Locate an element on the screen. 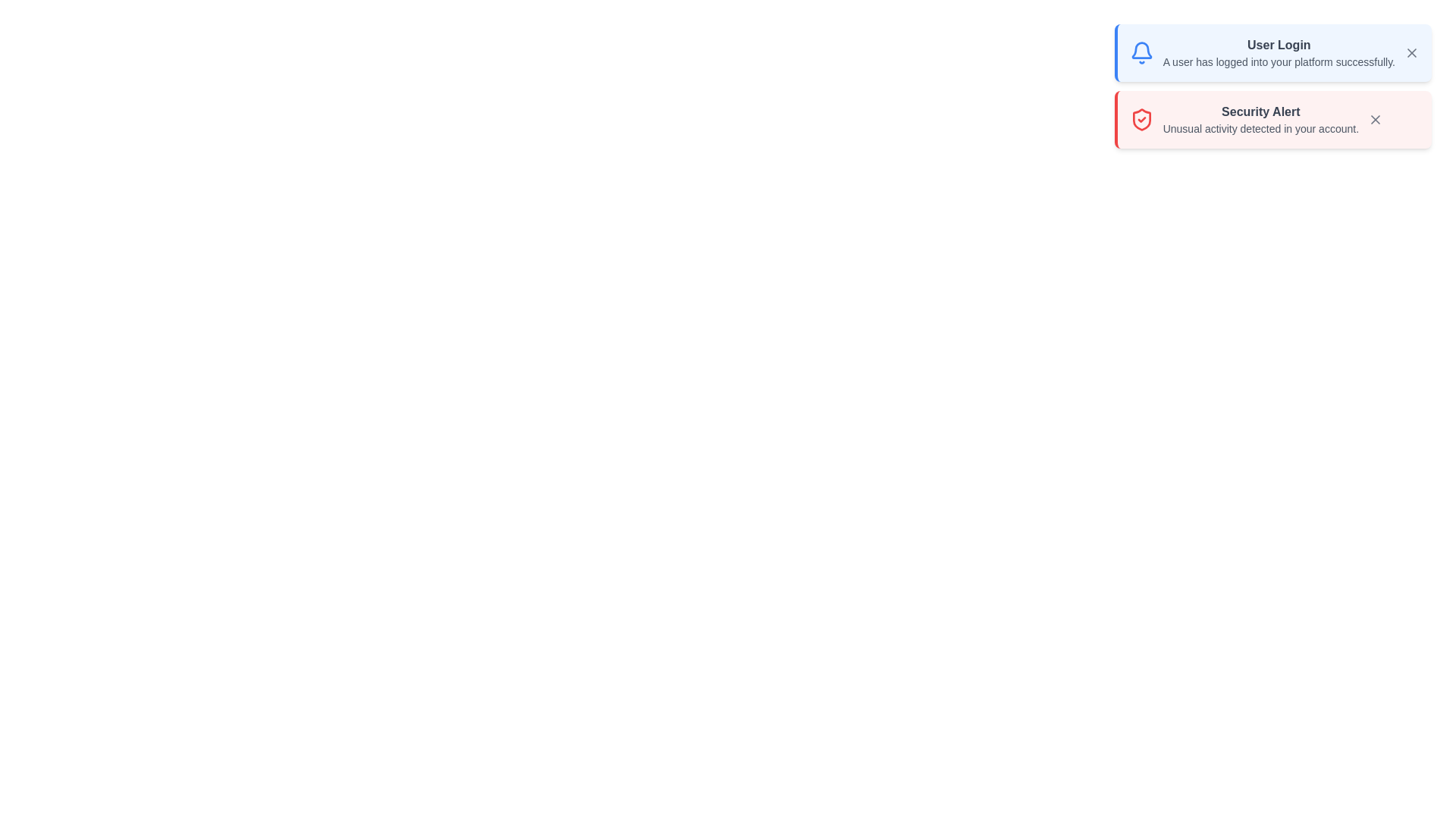  the notification to read its details is located at coordinates (1272, 52).